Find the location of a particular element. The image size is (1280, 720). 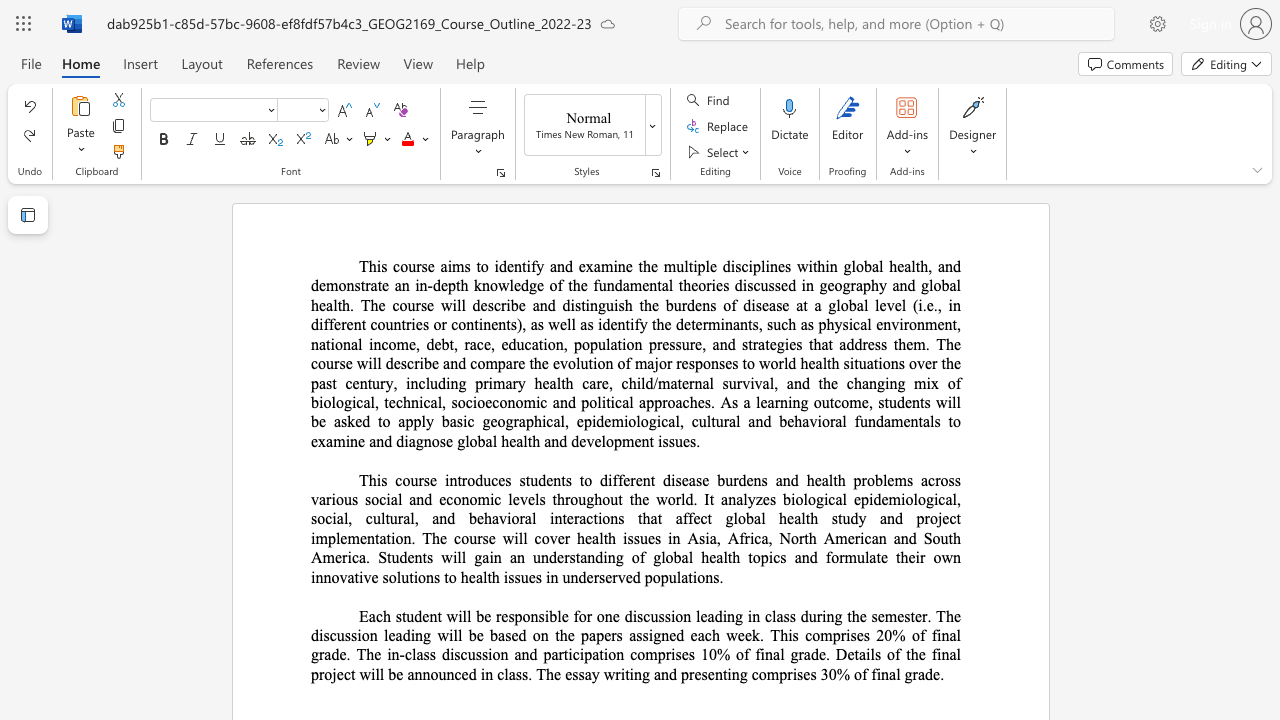

the subset text "s." within the text "ed populations." is located at coordinates (713, 577).